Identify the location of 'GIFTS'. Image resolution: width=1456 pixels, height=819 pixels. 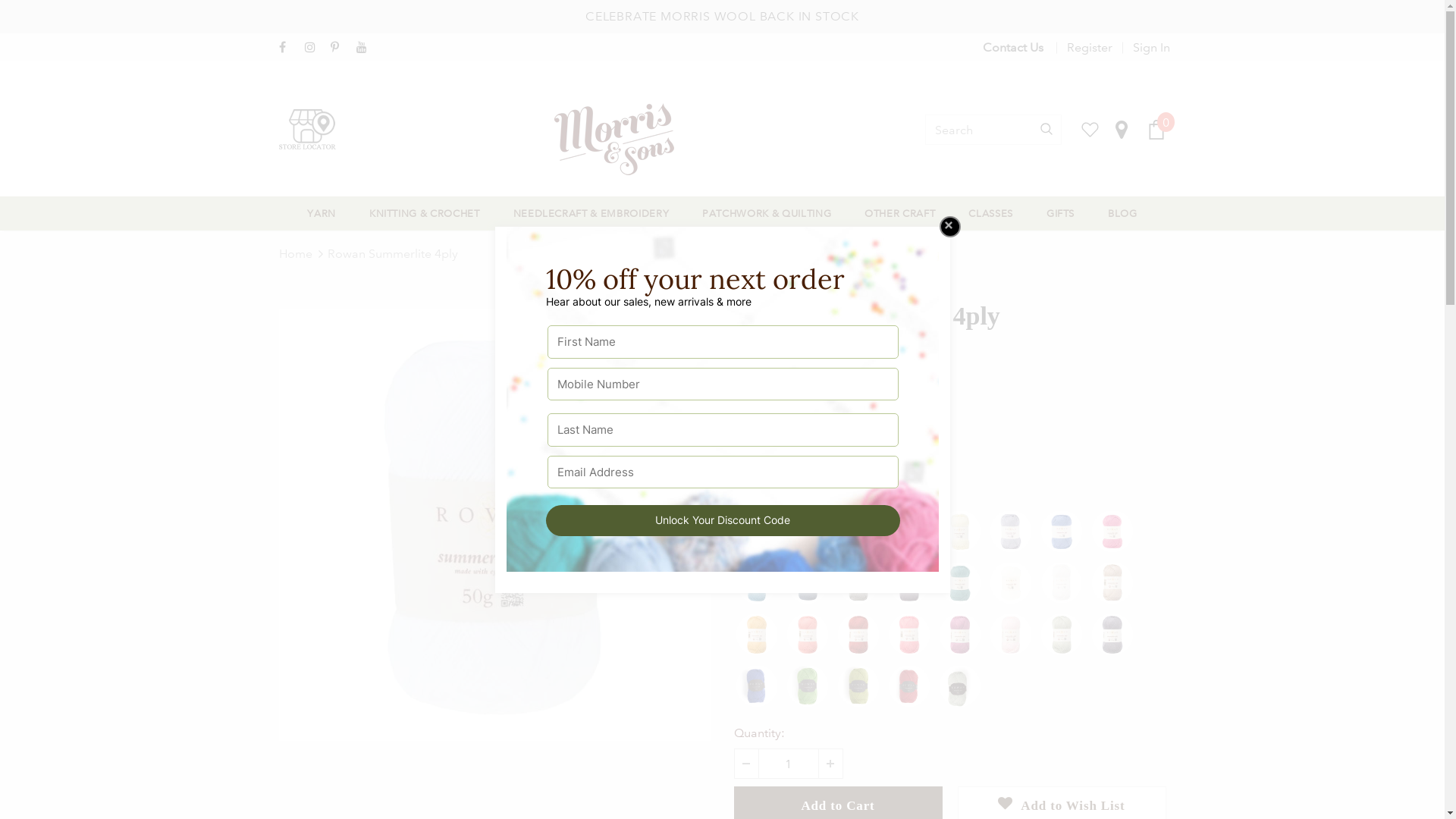
(1059, 213).